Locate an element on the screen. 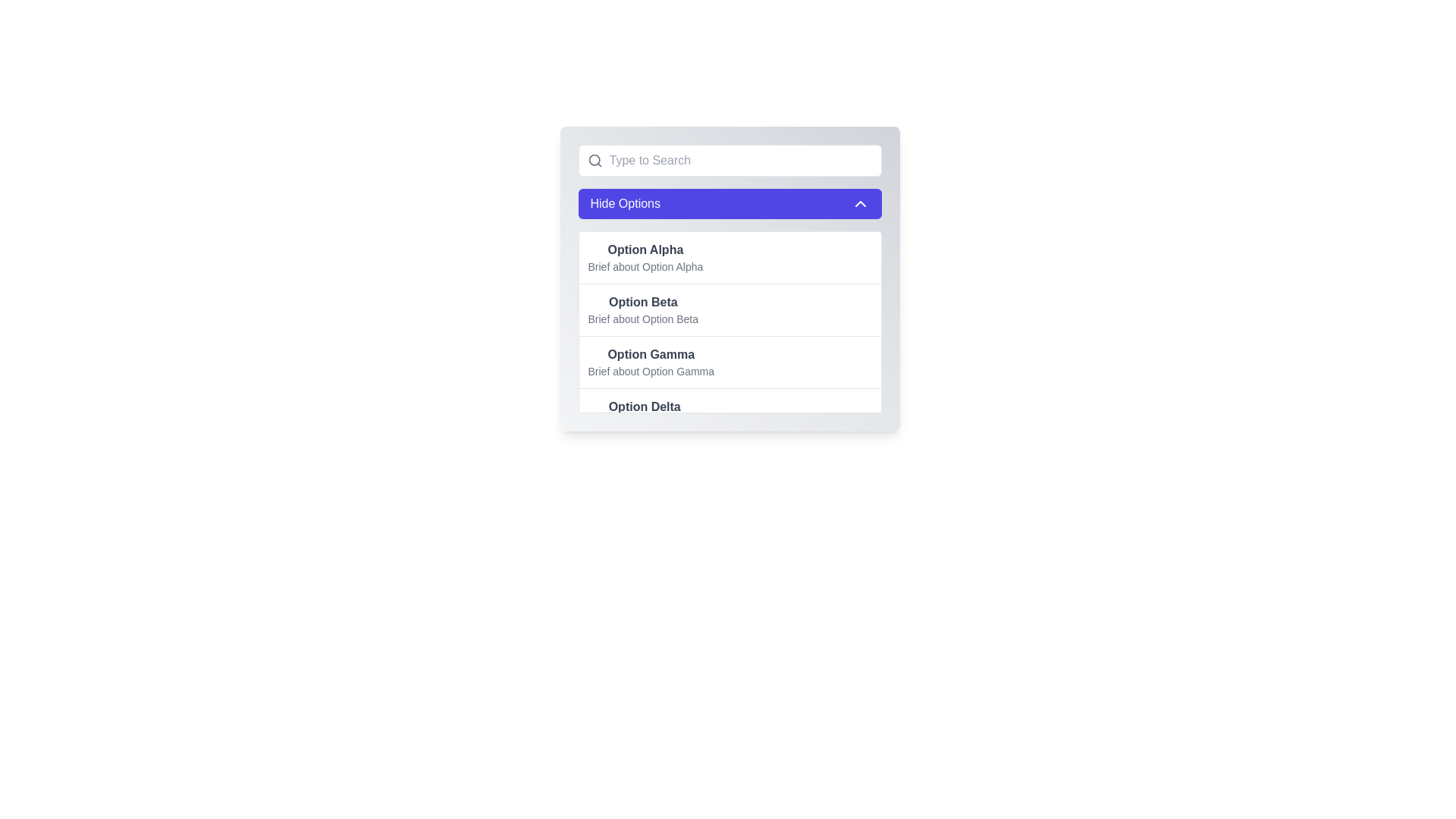 The image size is (1456, 819). the selectable dropdown menu item titled 'Option Delta' is located at coordinates (730, 414).